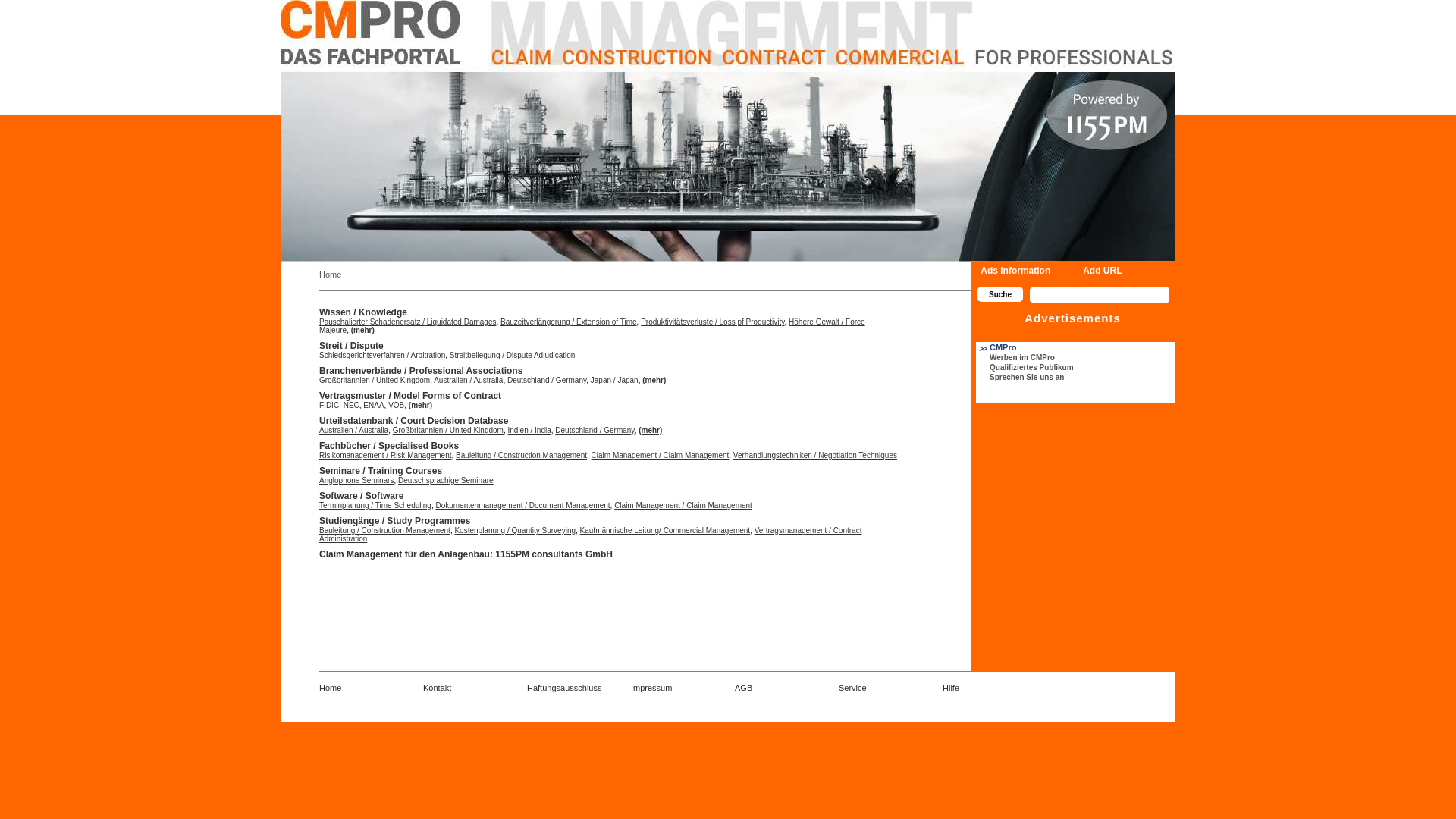 Image resolution: width=1456 pixels, height=819 pixels. What do you see at coordinates (529, 430) in the screenshot?
I see `'Indien / India'` at bounding box center [529, 430].